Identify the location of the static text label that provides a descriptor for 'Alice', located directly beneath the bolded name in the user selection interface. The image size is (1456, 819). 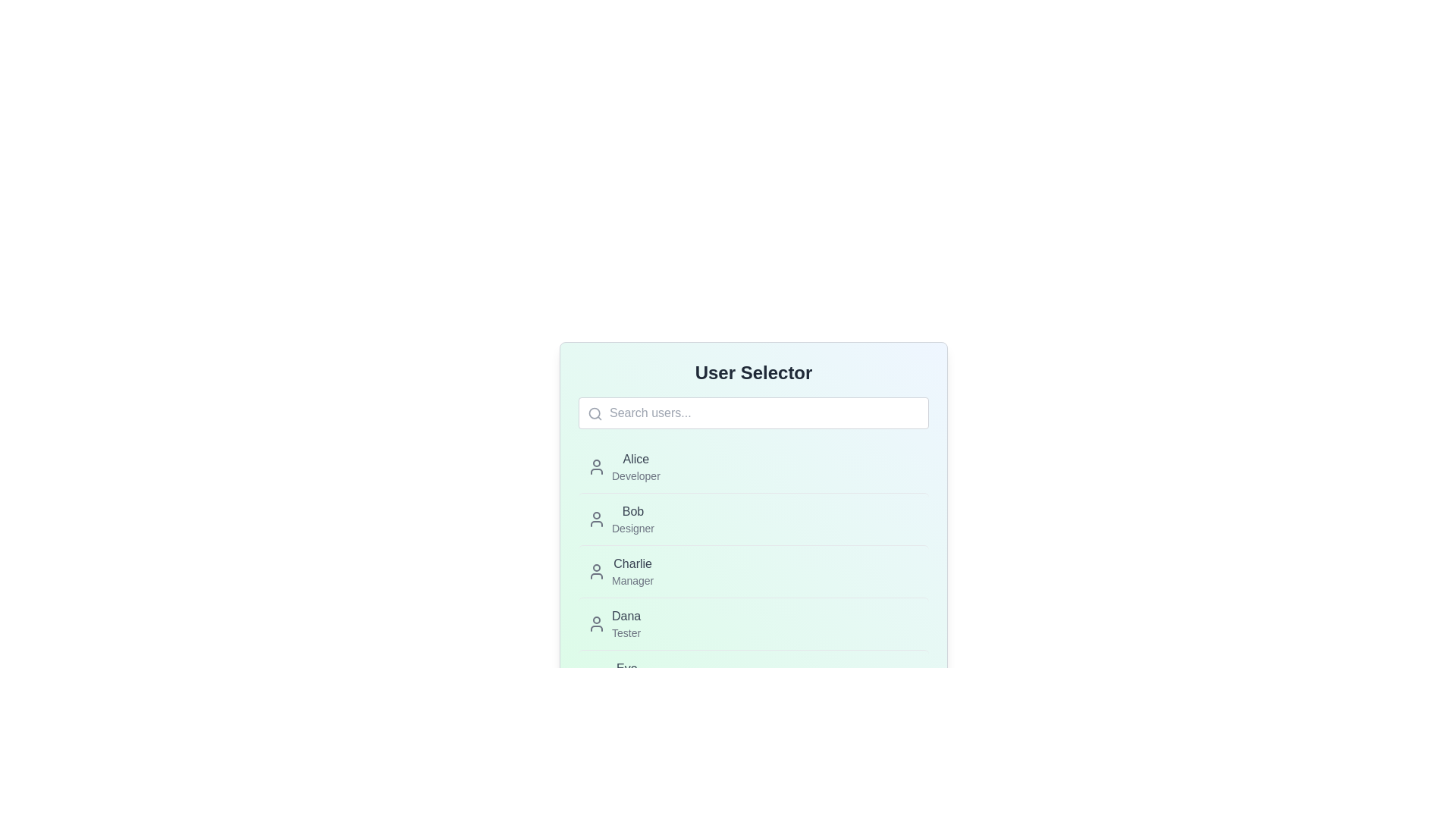
(635, 475).